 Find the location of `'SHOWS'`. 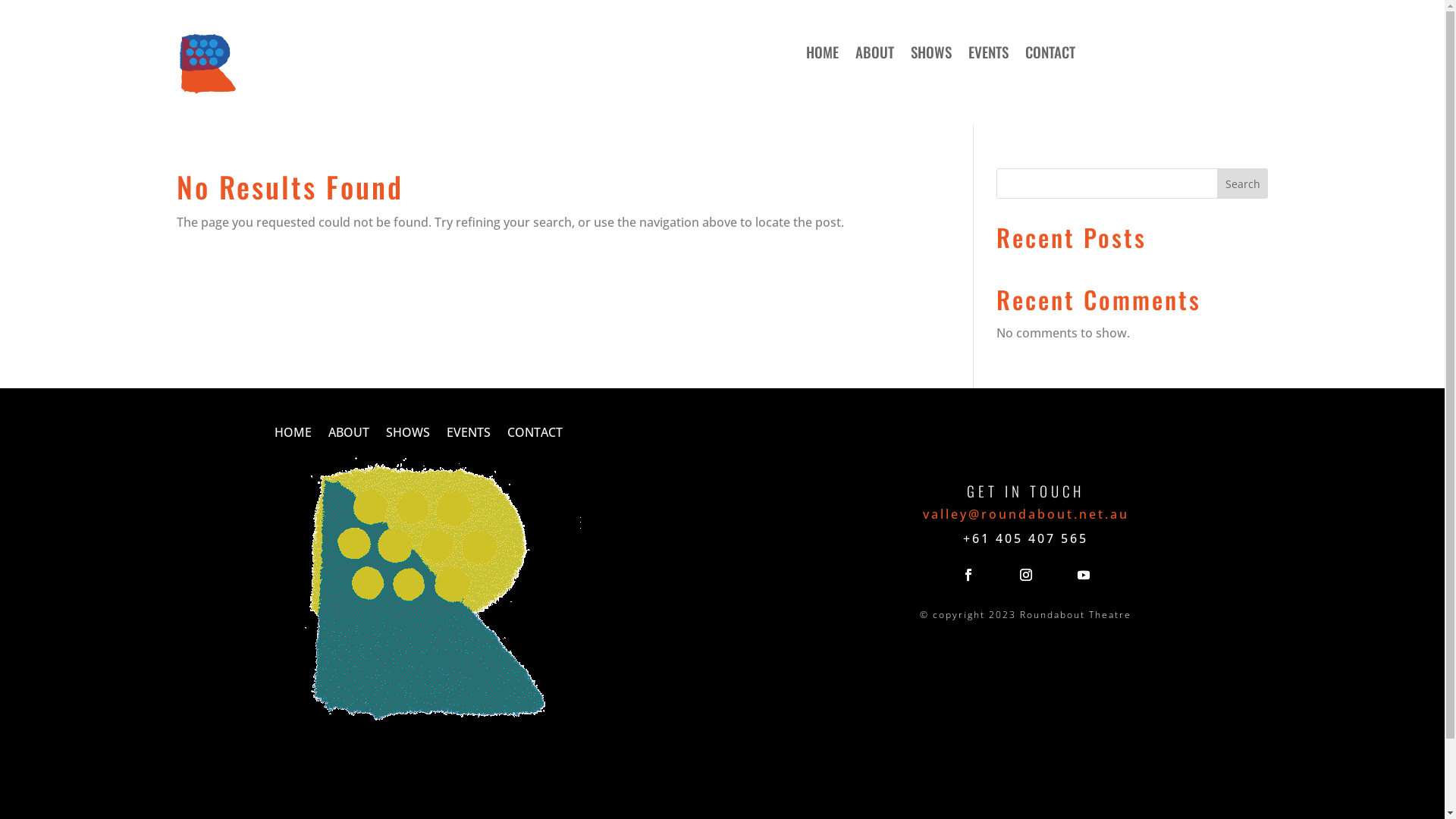

'SHOWS' is located at coordinates (930, 54).